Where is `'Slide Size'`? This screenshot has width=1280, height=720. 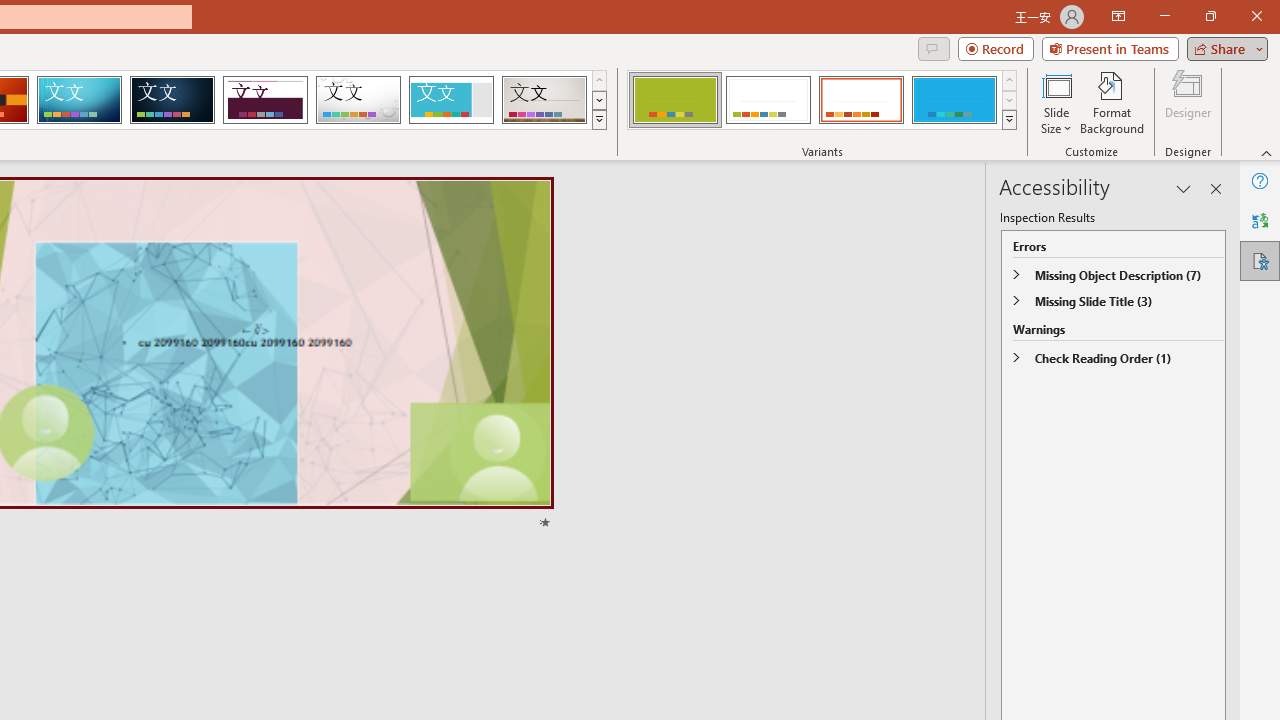
'Slide Size' is located at coordinates (1055, 103).